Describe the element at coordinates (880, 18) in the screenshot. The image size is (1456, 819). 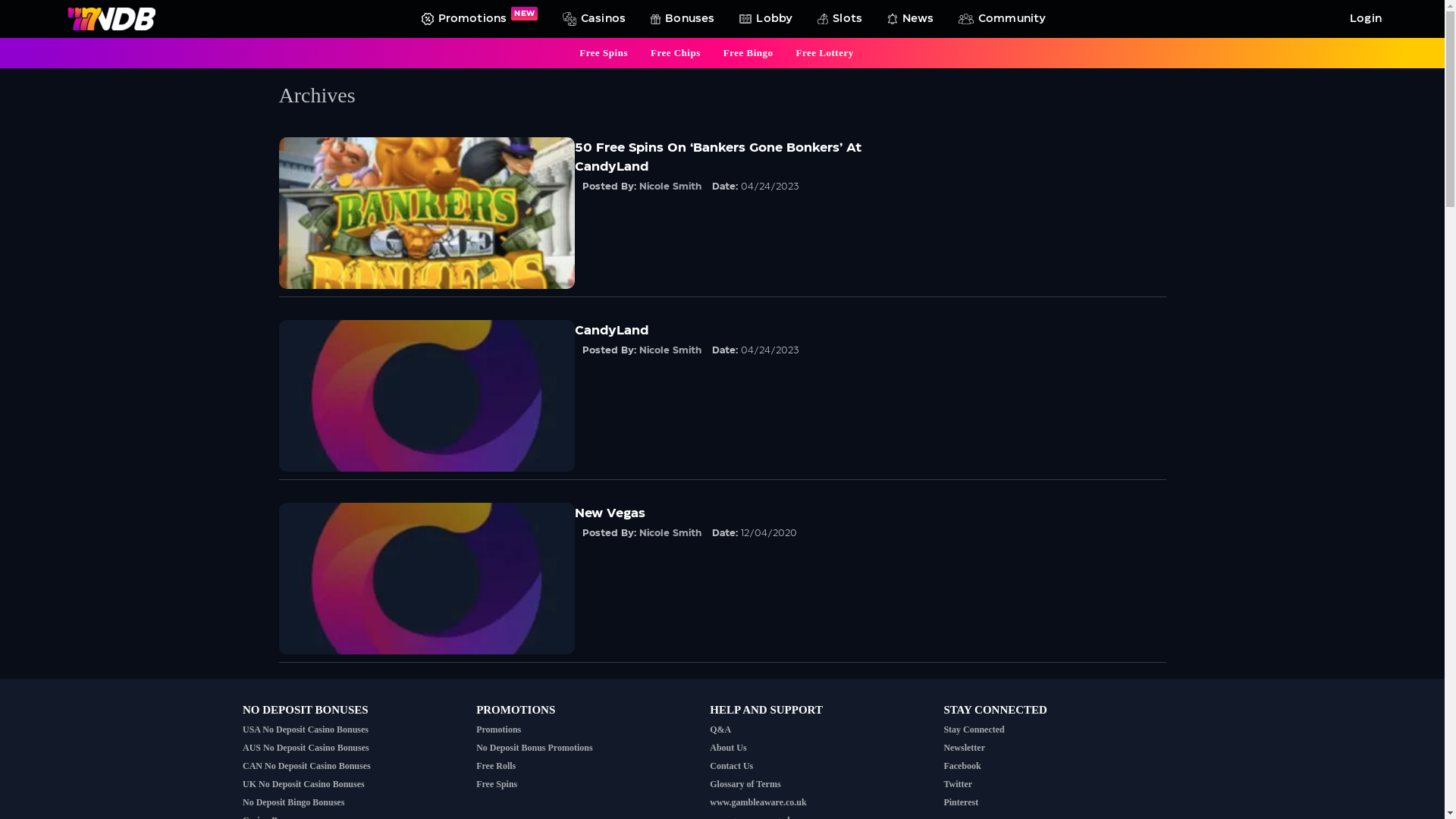
I see `'News'` at that location.